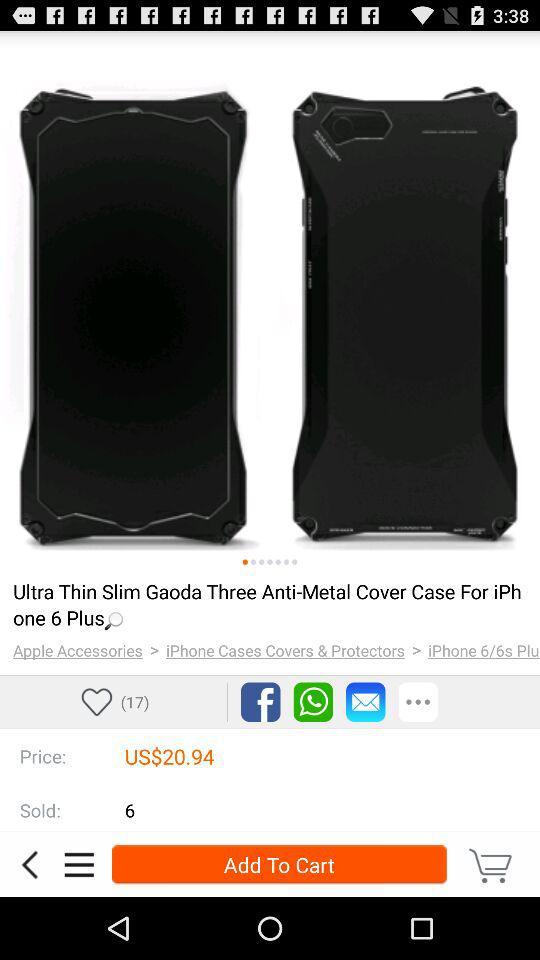 This screenshot has width=540, height=960. What do you see at coordinates (284, 649) in the screenshot?
I see `the item next to >` at bounding box center [284, 649].